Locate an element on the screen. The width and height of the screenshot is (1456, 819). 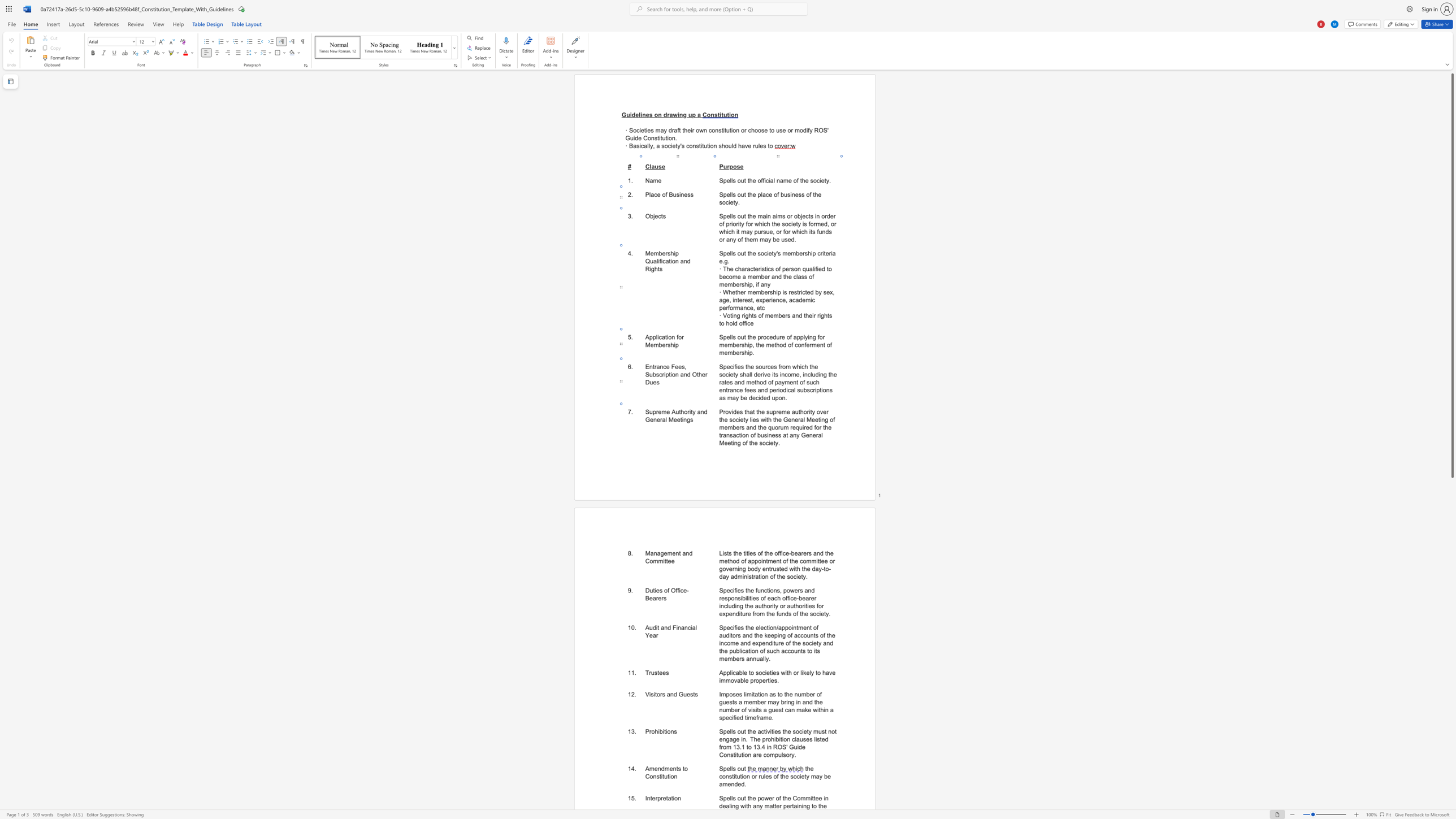
the 1th character "f" in the text is located at coordinates (779, 798).